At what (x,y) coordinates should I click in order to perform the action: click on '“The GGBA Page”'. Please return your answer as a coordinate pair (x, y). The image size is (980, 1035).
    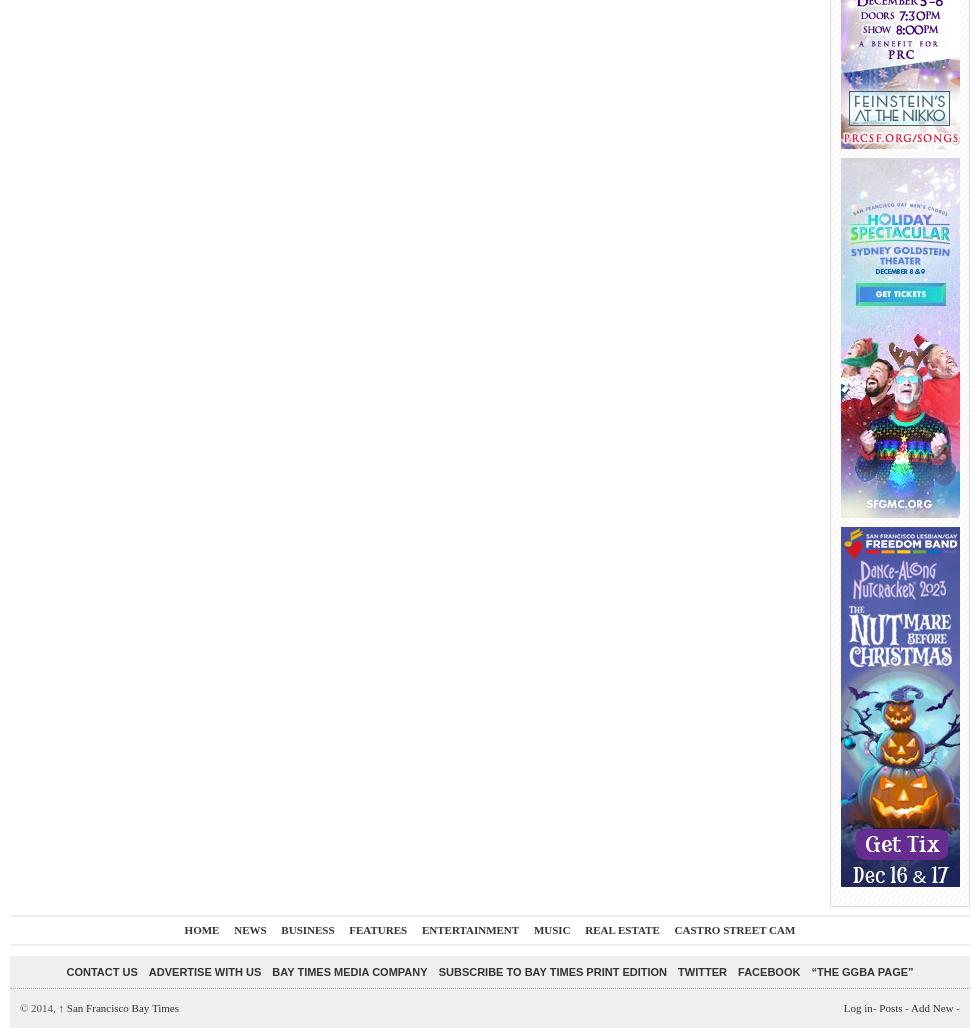
    Looking at the image, I should click on (862, 970).